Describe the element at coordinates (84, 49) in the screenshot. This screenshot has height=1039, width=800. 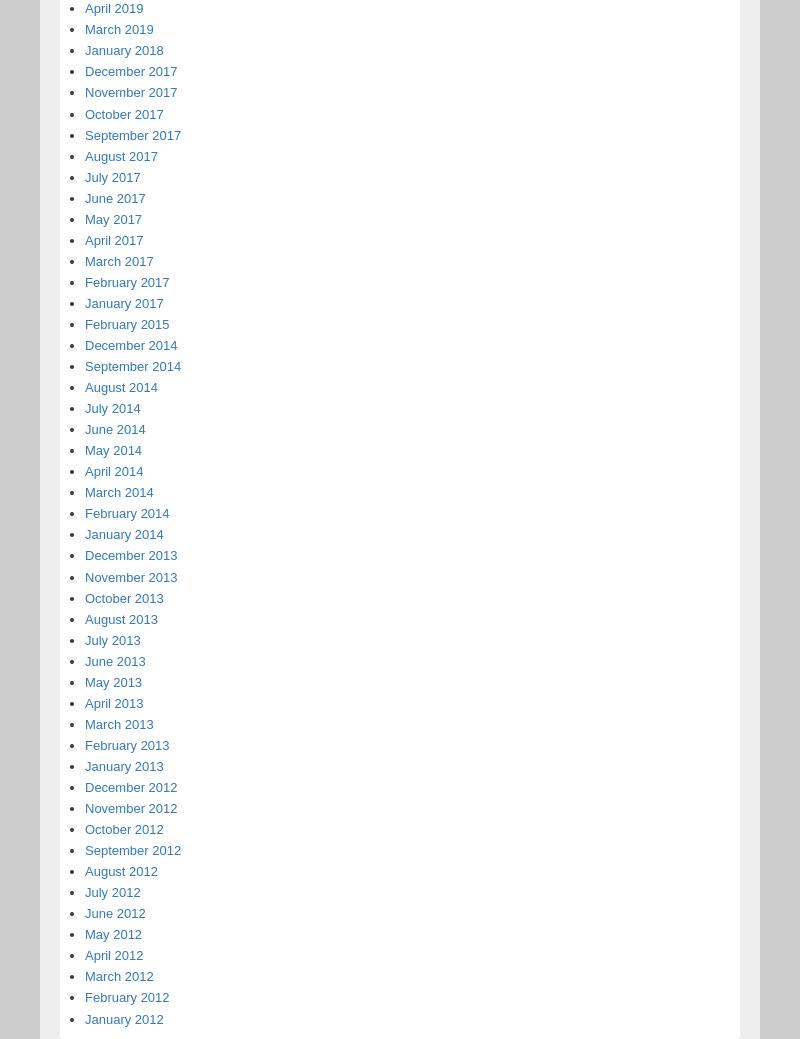
I see `'January 2018'` at that location.